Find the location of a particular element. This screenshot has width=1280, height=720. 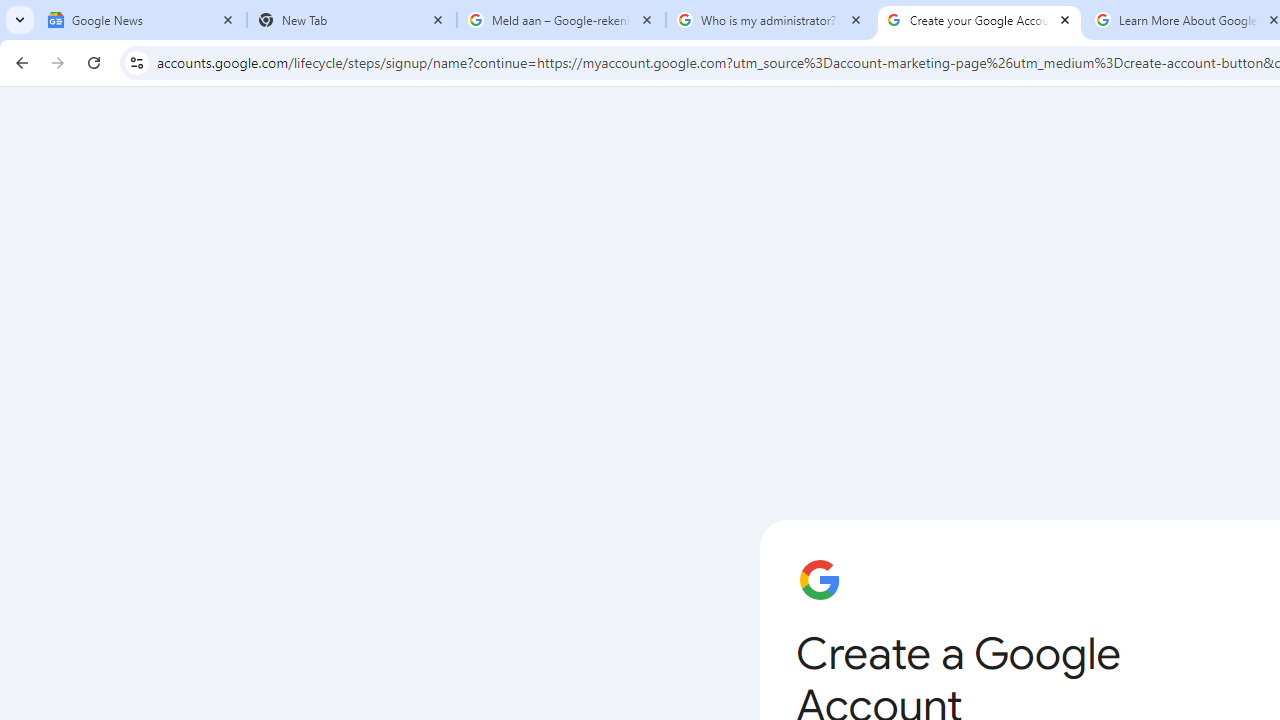

'Who is my administrator? - Google Account Help' is located at coordinates (769, 20).